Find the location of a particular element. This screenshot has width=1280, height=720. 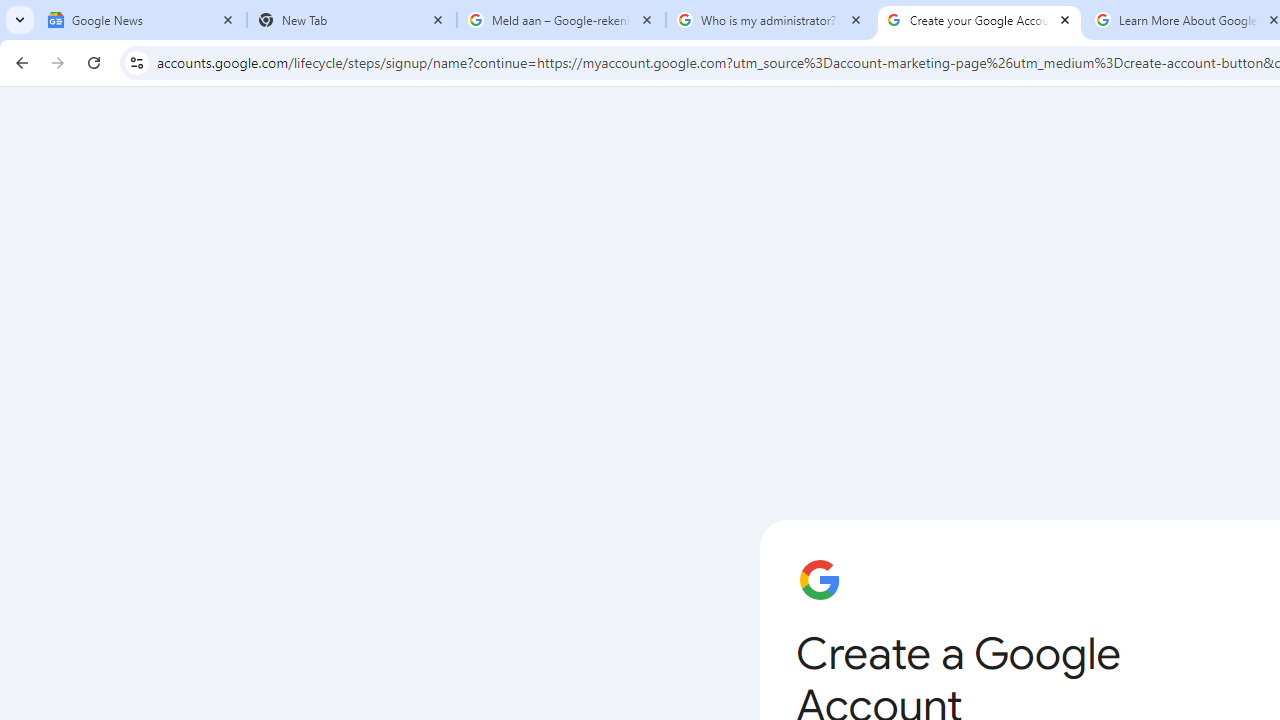

'Who is my administrator? - Google Account Help' is located at coordinates (769, 20).